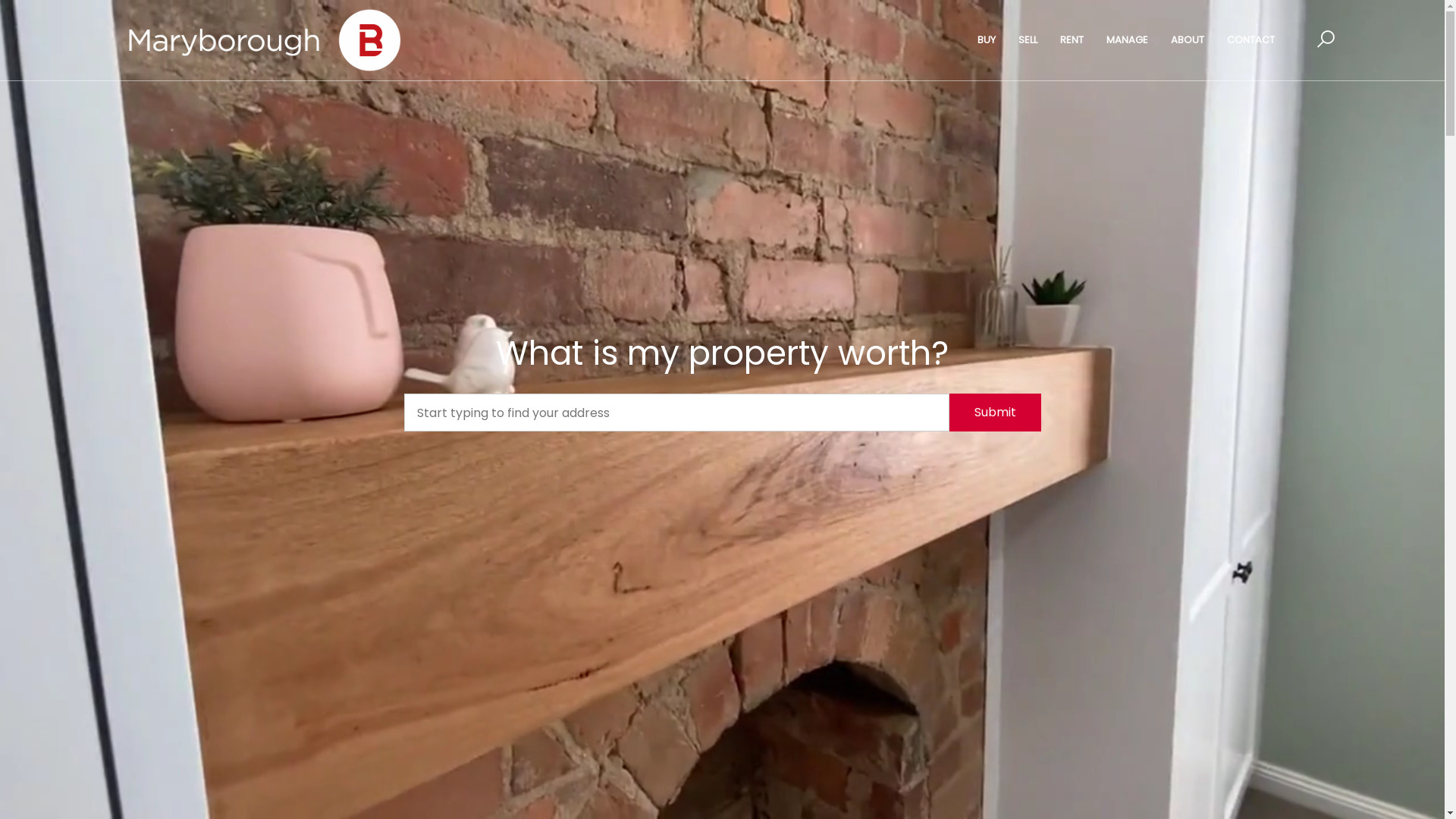  What do you see at coordinates (995, 412) in the screenshot?
I see `'Submit'` at bounding box center [995, 412].